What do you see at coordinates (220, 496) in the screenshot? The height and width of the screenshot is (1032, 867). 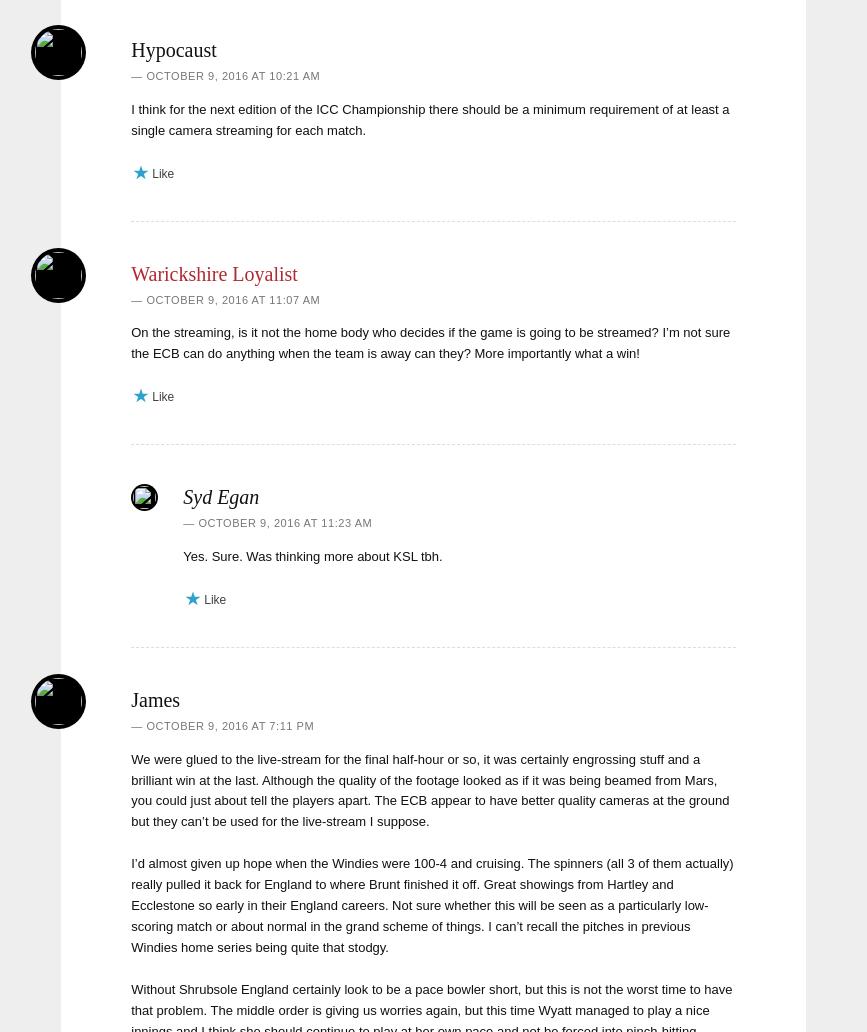 I see `'Syd Egan'` at bounding box center [220, 496].